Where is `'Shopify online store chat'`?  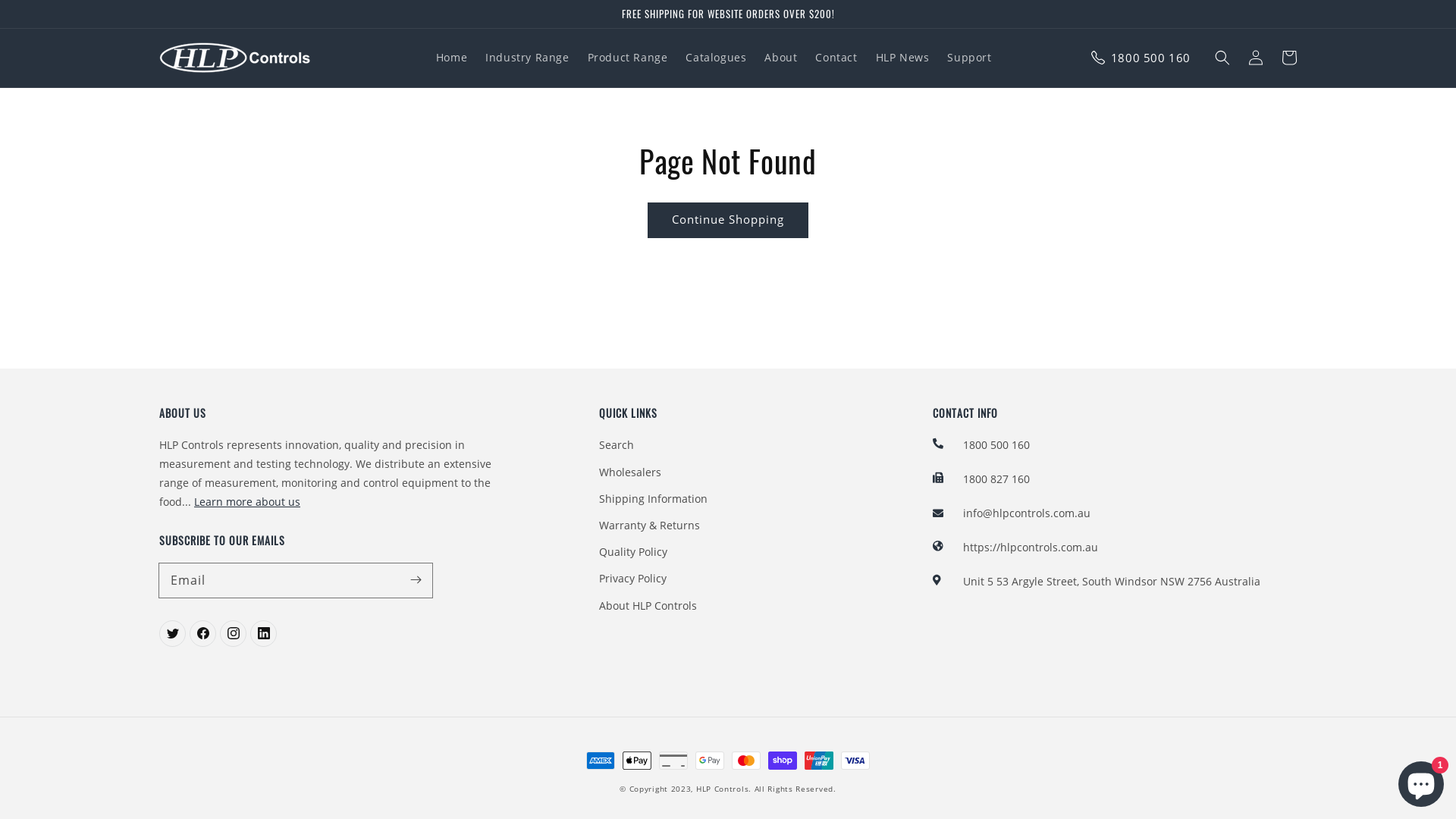 'Shopify online store chat' is located at coordinates (1420, 780).